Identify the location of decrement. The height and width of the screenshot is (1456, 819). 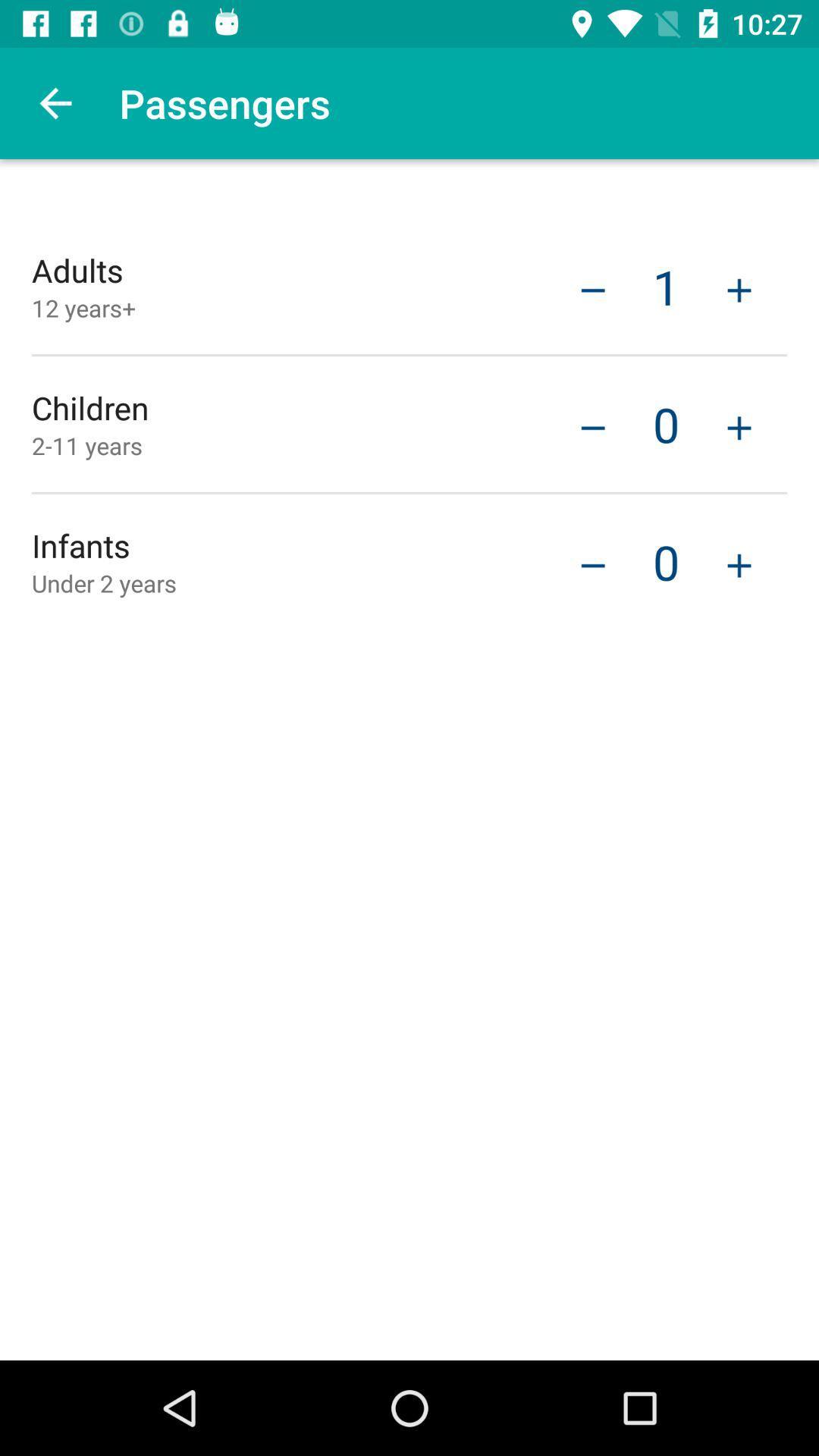
(592, 563).